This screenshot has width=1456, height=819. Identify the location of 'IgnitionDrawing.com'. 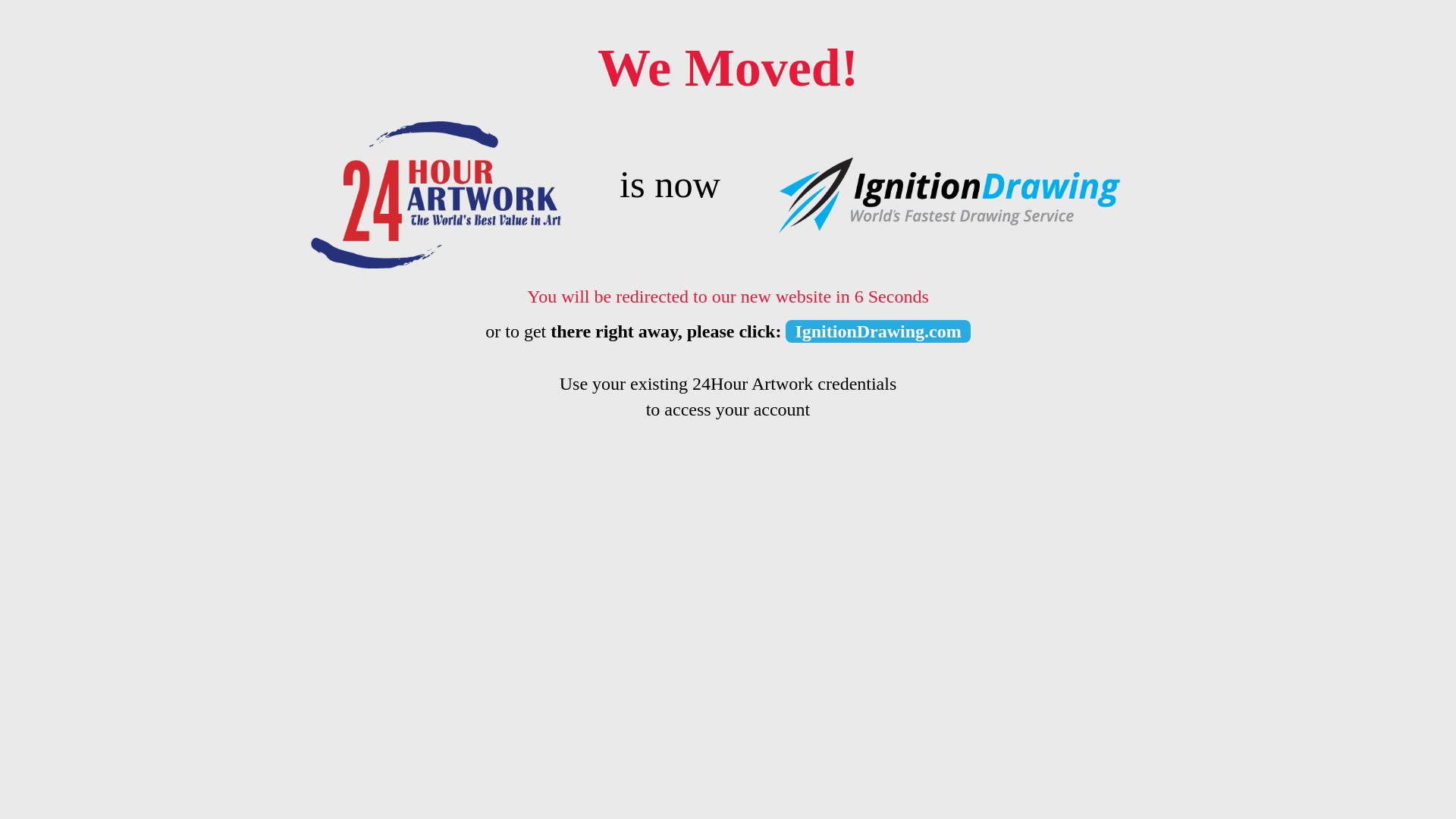
(877, 330).